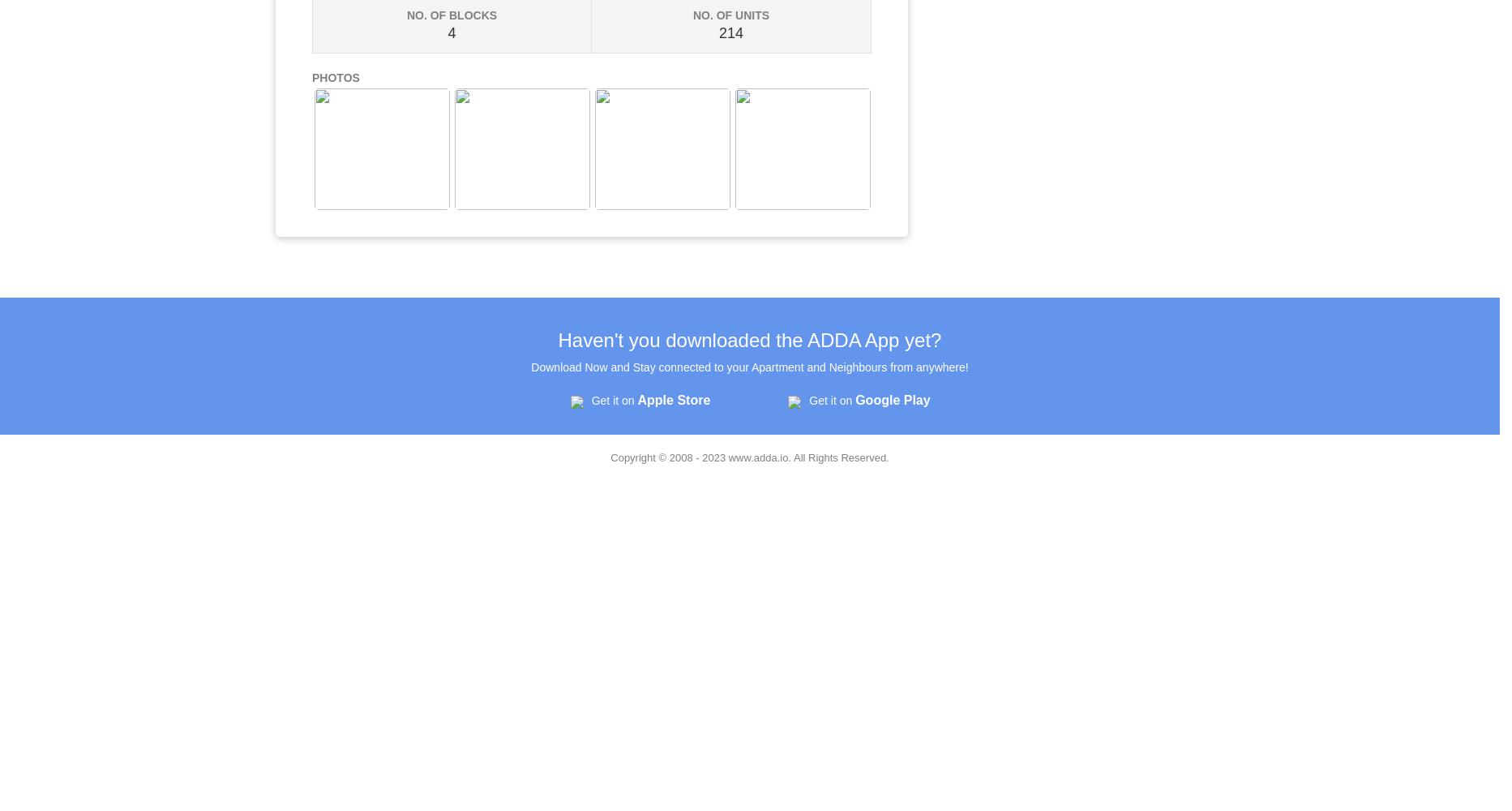 The image size is (1512, 811). I want to click on 'Download Now and Stay connected to your Apartment and Neighbours from anywhere!', so click(749, 367).